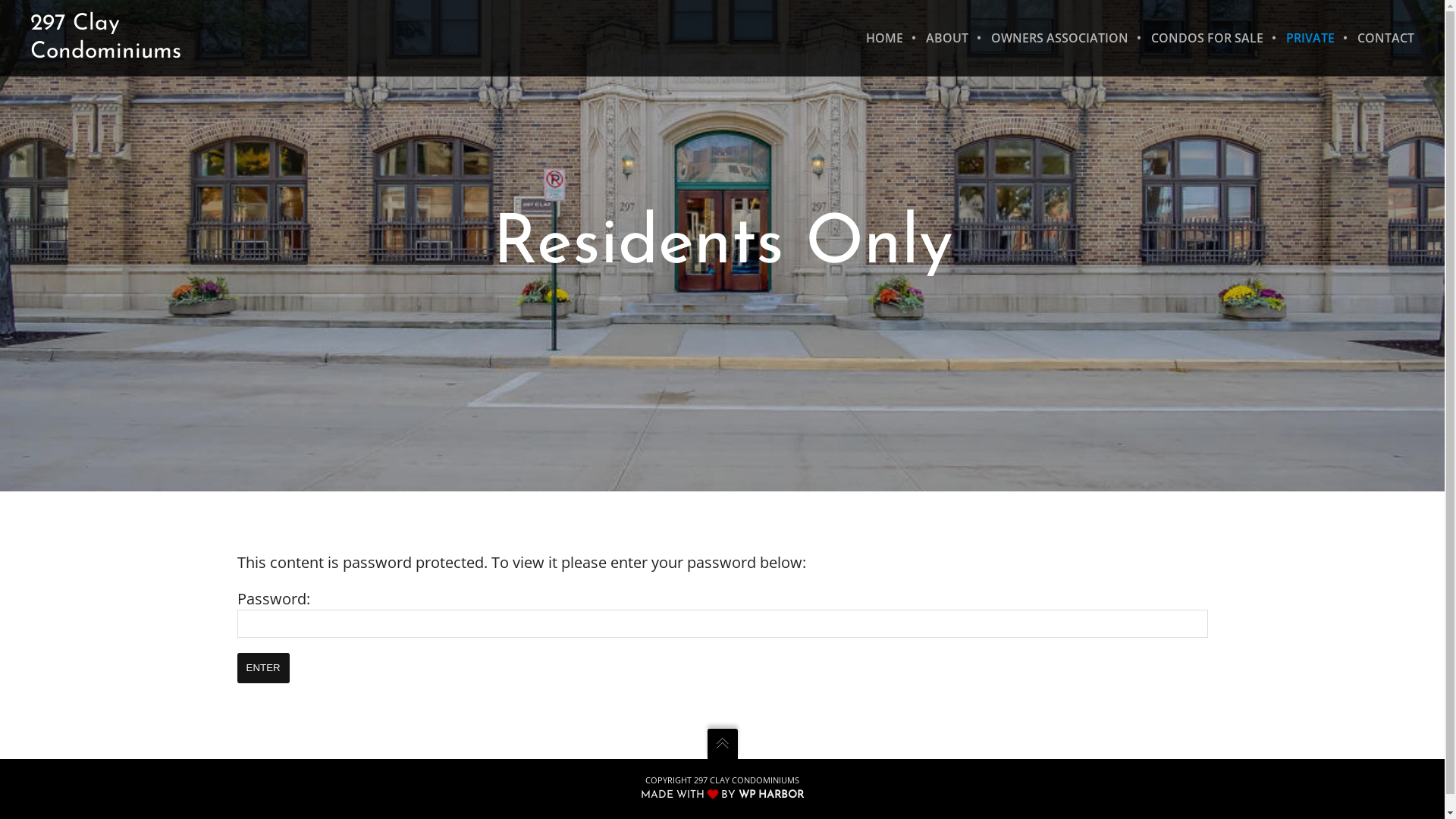  What do you see at coordinates (1059, 37) in the screenshot?
I see `'OWNERS ASSOCIATION'` at bounding box center [1059, 37].